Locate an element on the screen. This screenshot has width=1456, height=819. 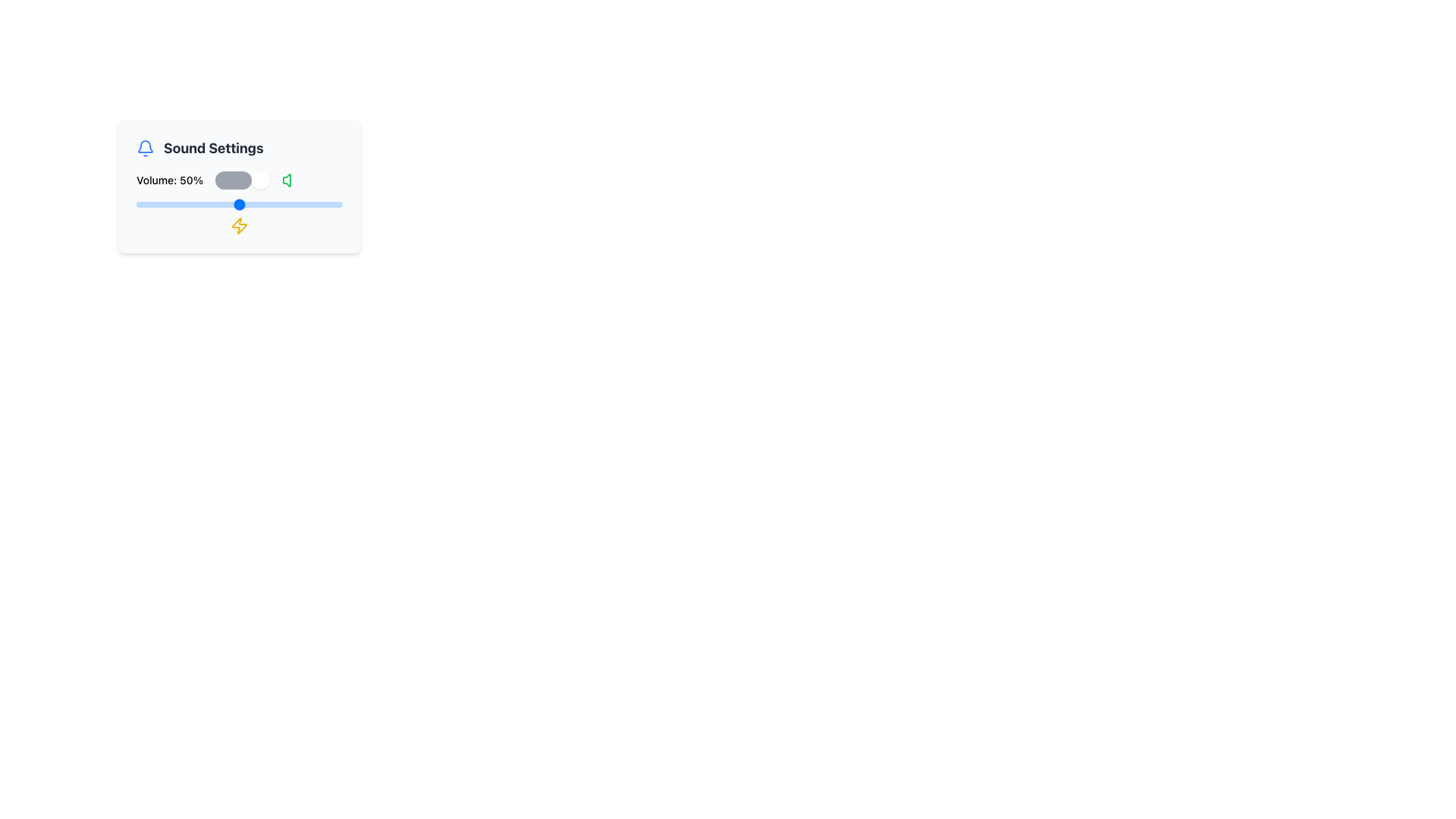
the toggle switch labeled 'Volume: 50%' in the sound settings section for potential visual feedback is located at coordinates (239, 180).